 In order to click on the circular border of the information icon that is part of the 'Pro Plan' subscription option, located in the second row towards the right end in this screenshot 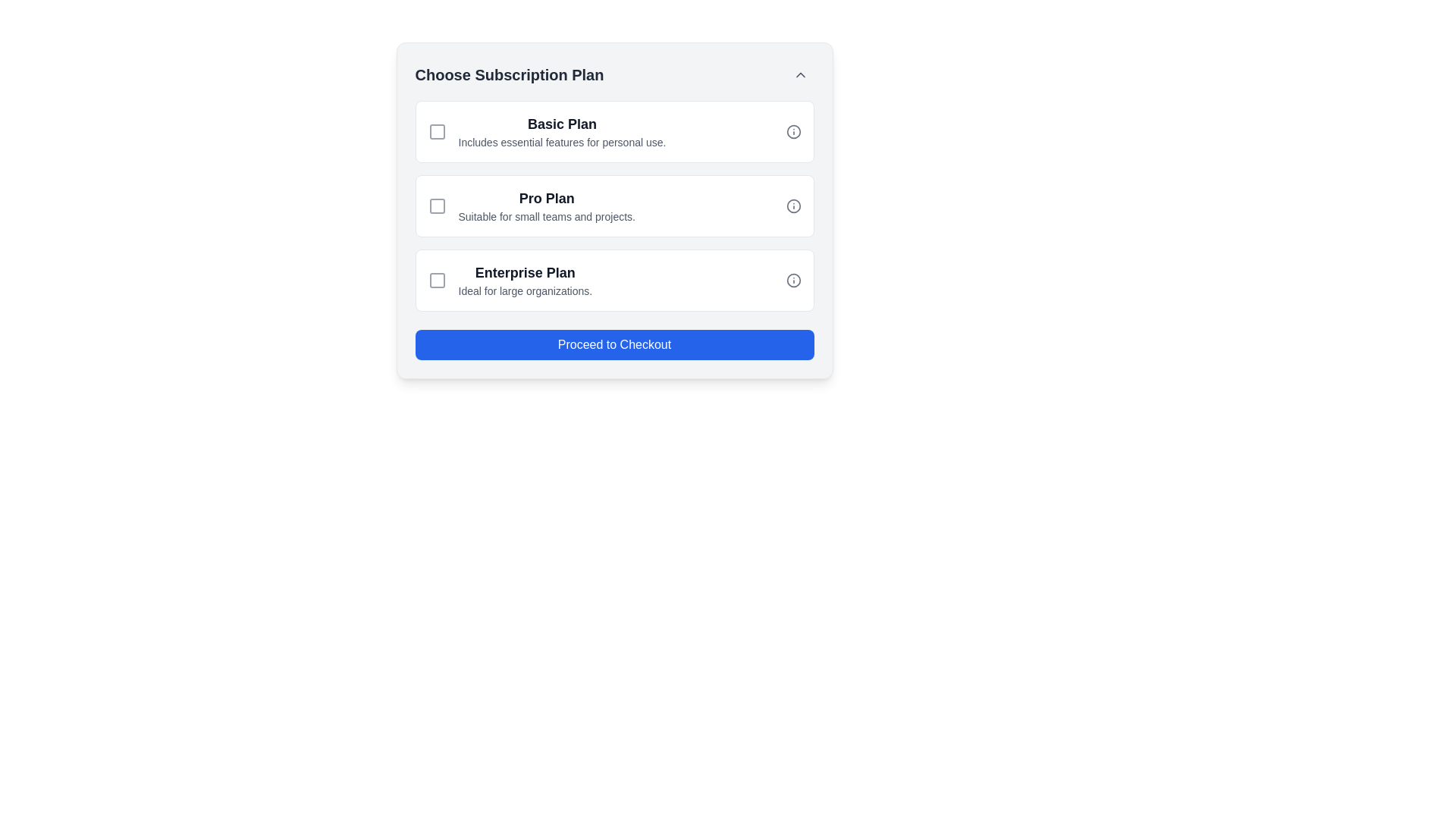, I will do `click(792, 206)`.